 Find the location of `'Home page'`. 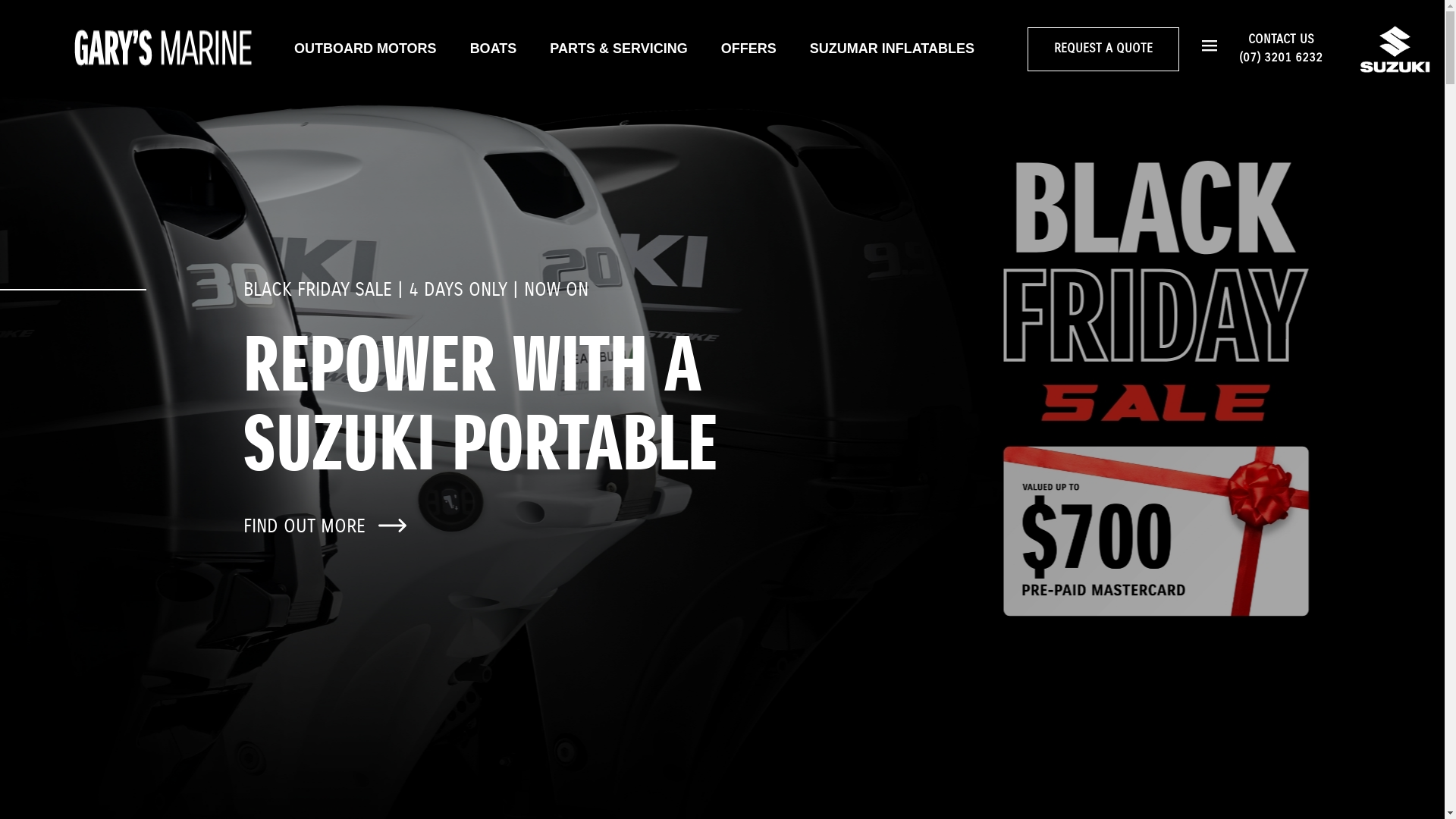

'Home page' is located at coordinates (163, 48).